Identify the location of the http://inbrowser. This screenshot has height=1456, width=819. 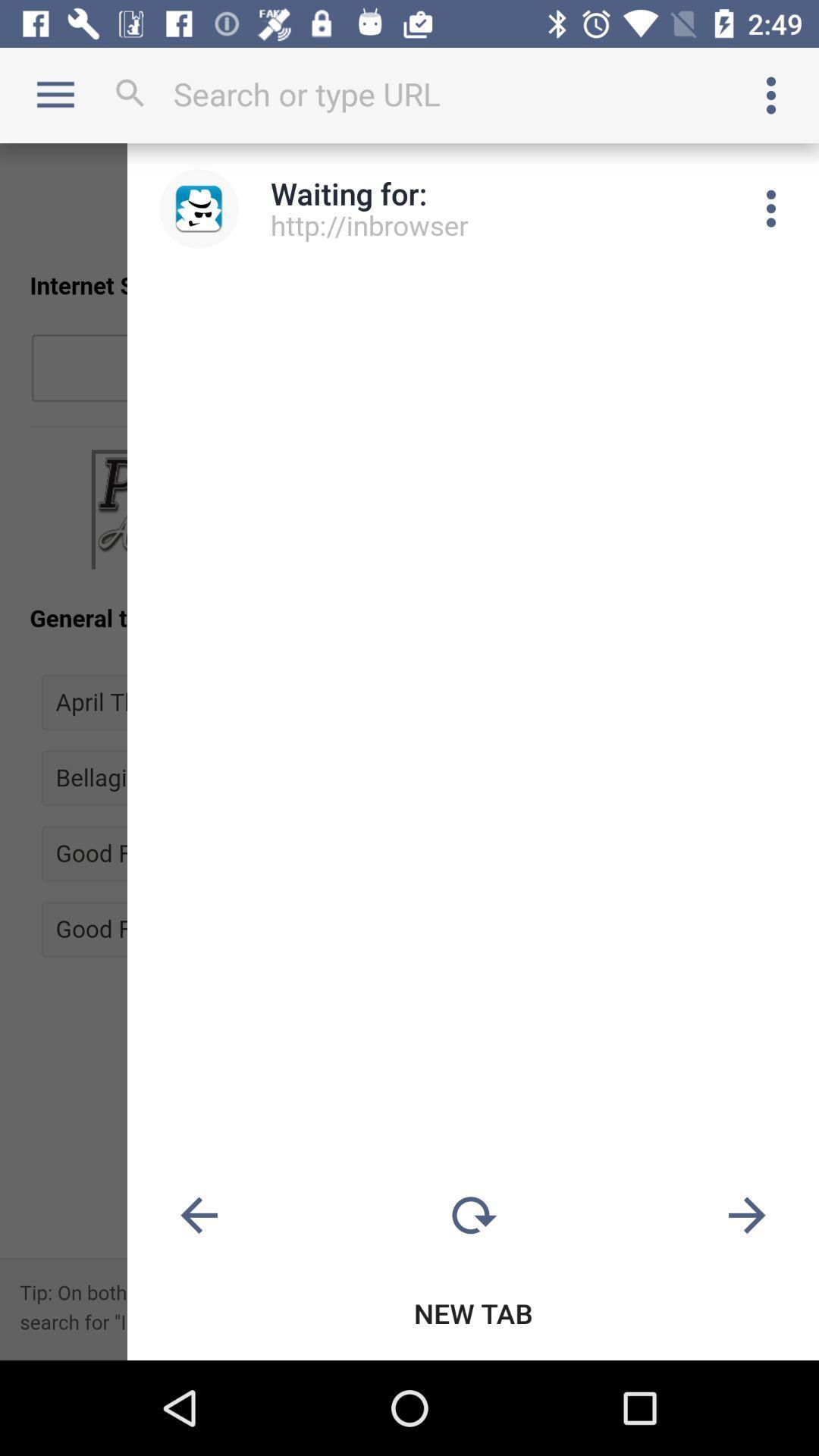
(369, 224).